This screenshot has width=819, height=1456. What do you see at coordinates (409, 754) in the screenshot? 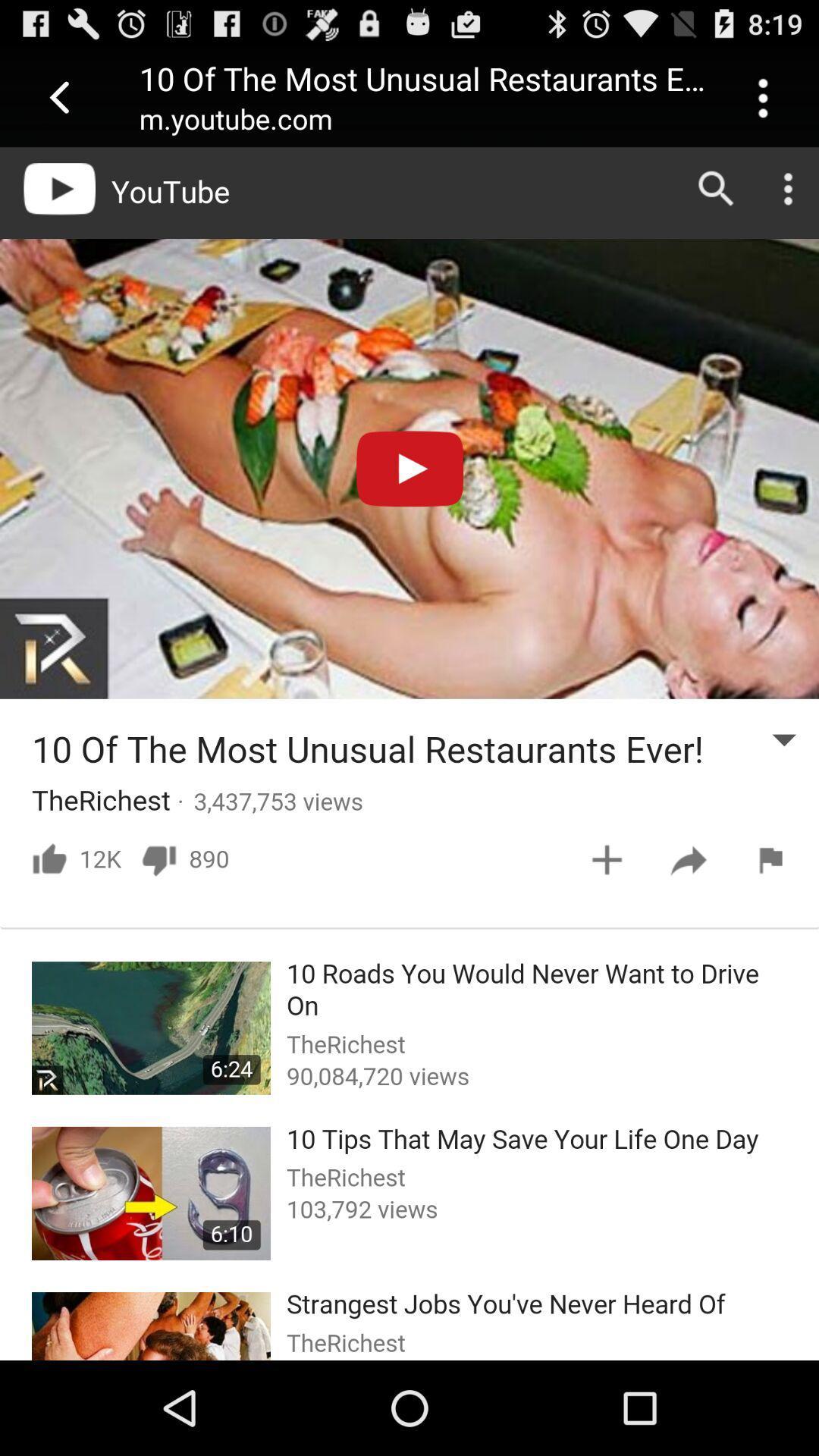
I see `scroll down or up` at bounding box center [409, 754].